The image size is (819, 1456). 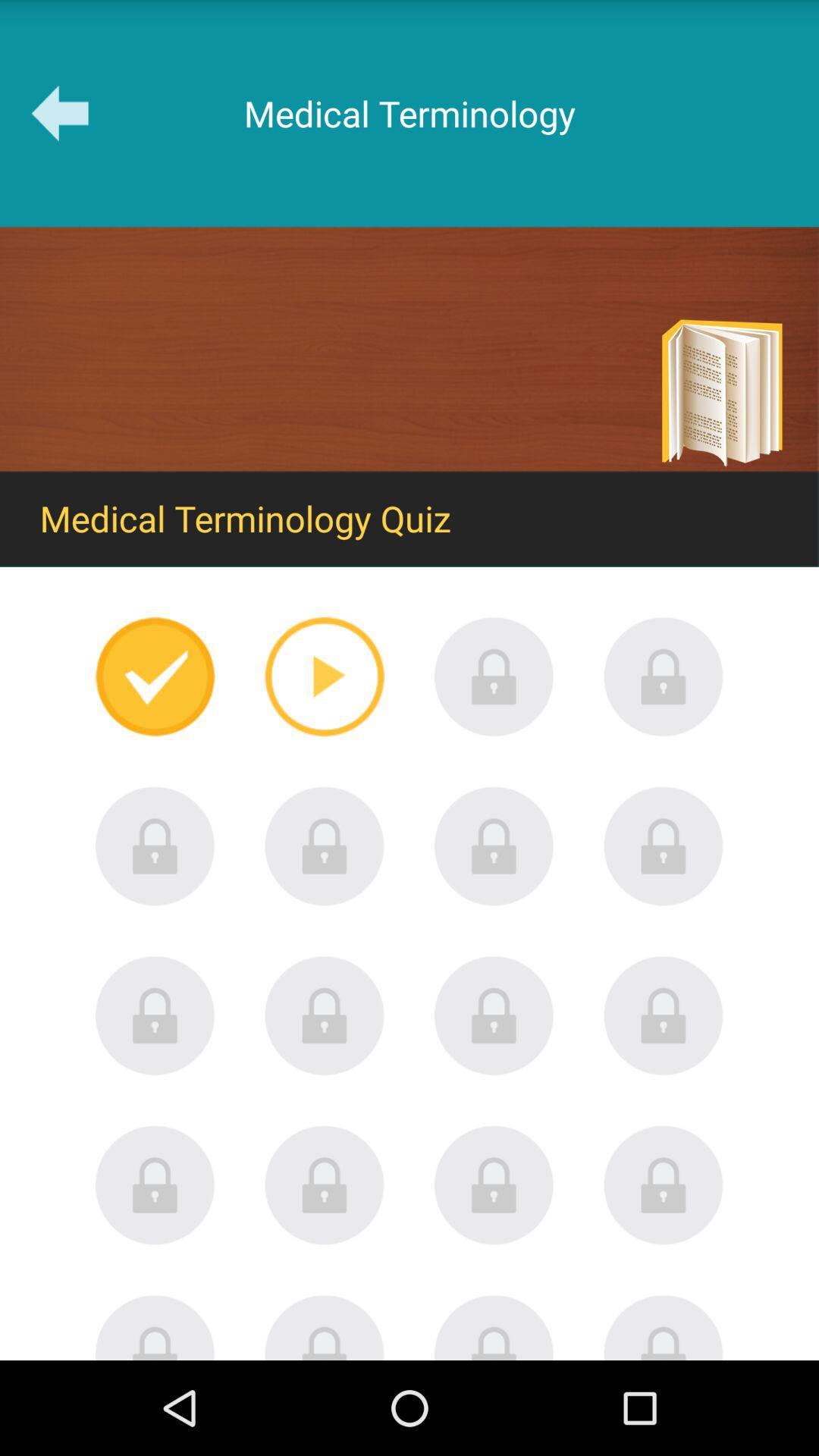 What do you see at coordinates (155, 676) in the screenshot?
I see `done` at bounding box center [155, 676].